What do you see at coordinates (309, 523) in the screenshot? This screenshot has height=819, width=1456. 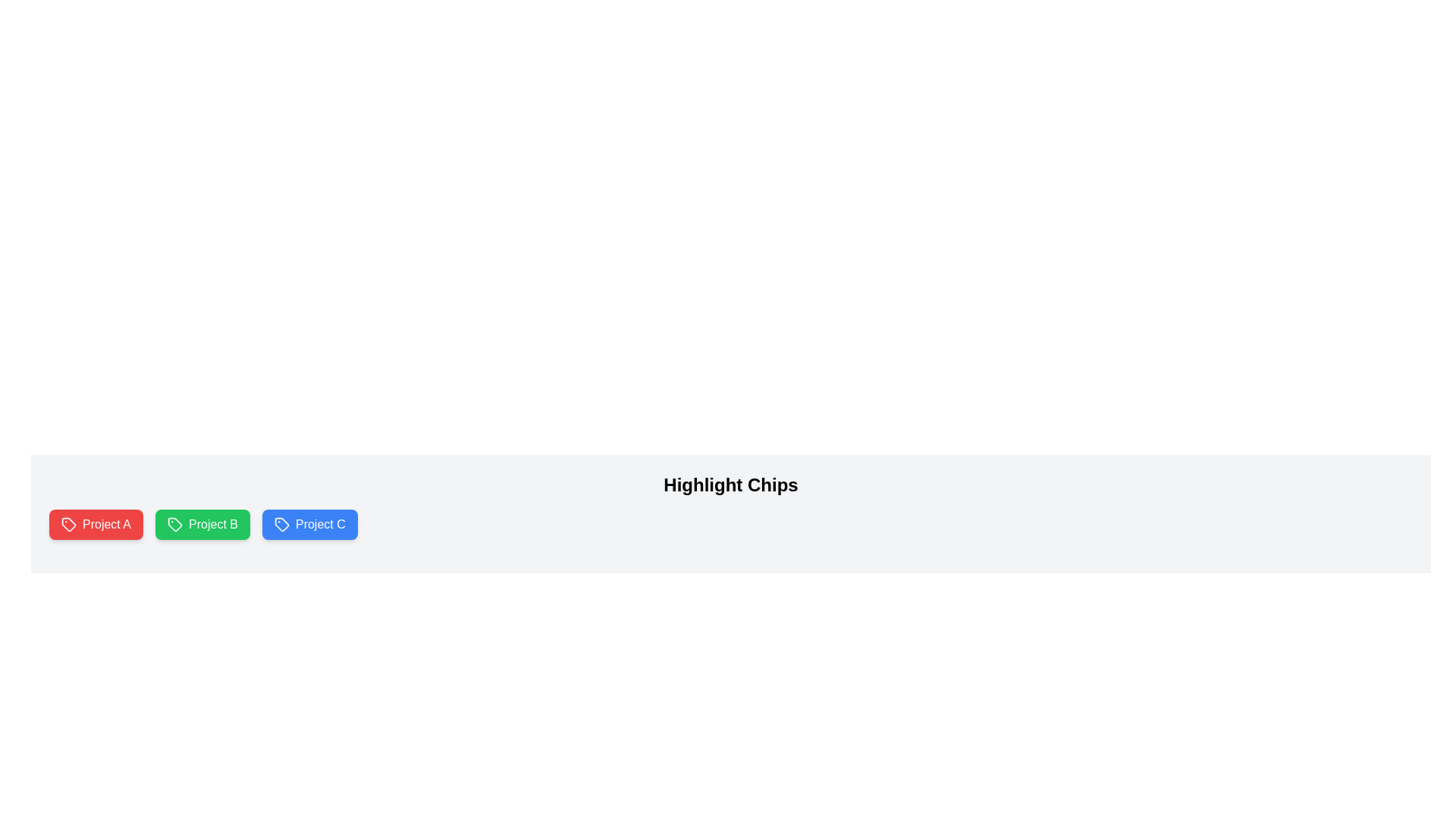 I see `the chip labeled Project C` at bounding box center [309, 523].